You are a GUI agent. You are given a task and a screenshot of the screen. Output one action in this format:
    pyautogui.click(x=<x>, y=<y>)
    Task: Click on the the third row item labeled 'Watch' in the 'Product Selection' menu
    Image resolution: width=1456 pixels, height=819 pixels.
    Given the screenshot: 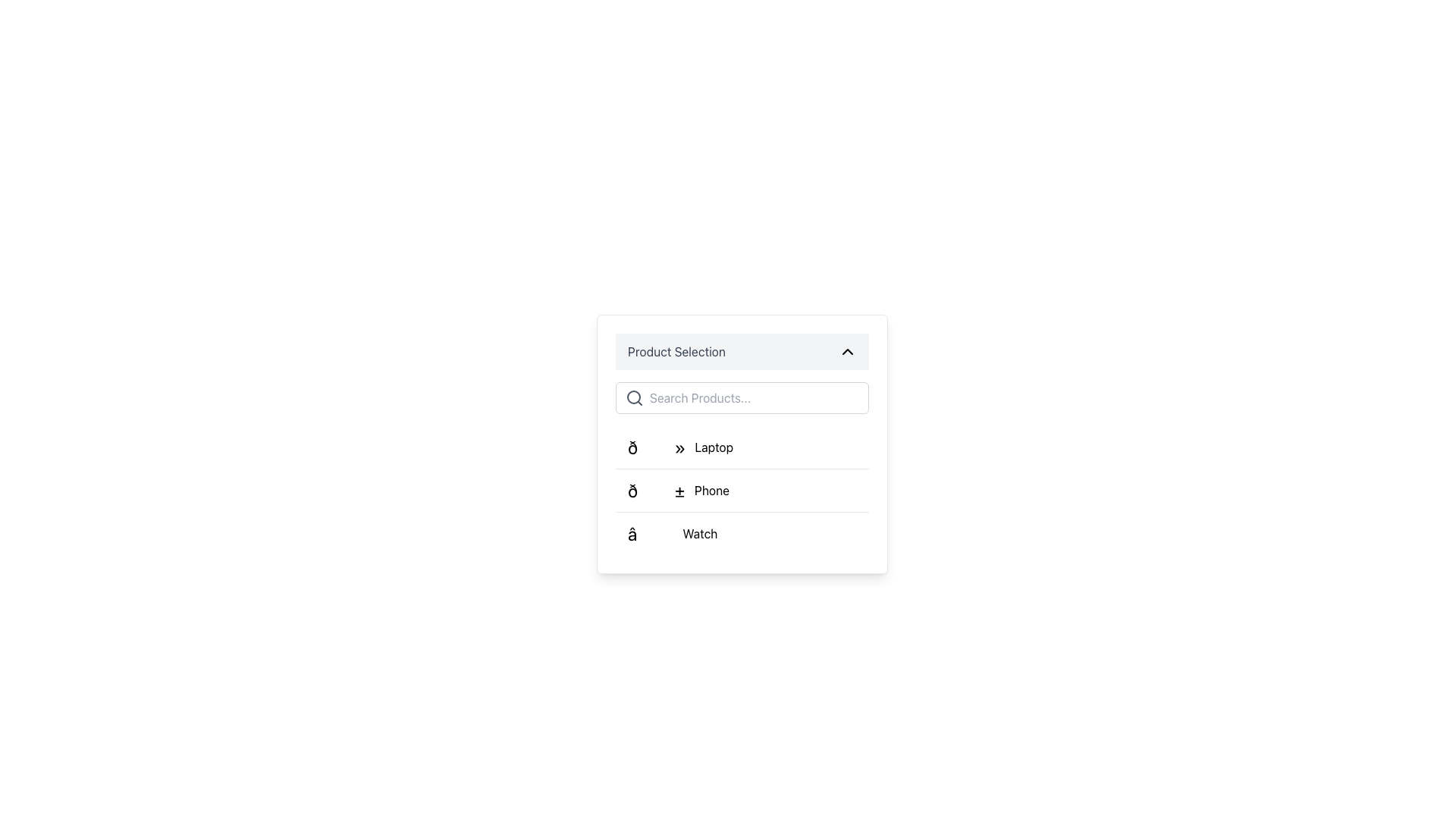 What is the action you would take?
    pyautogui.click(x=742, y=532)
    